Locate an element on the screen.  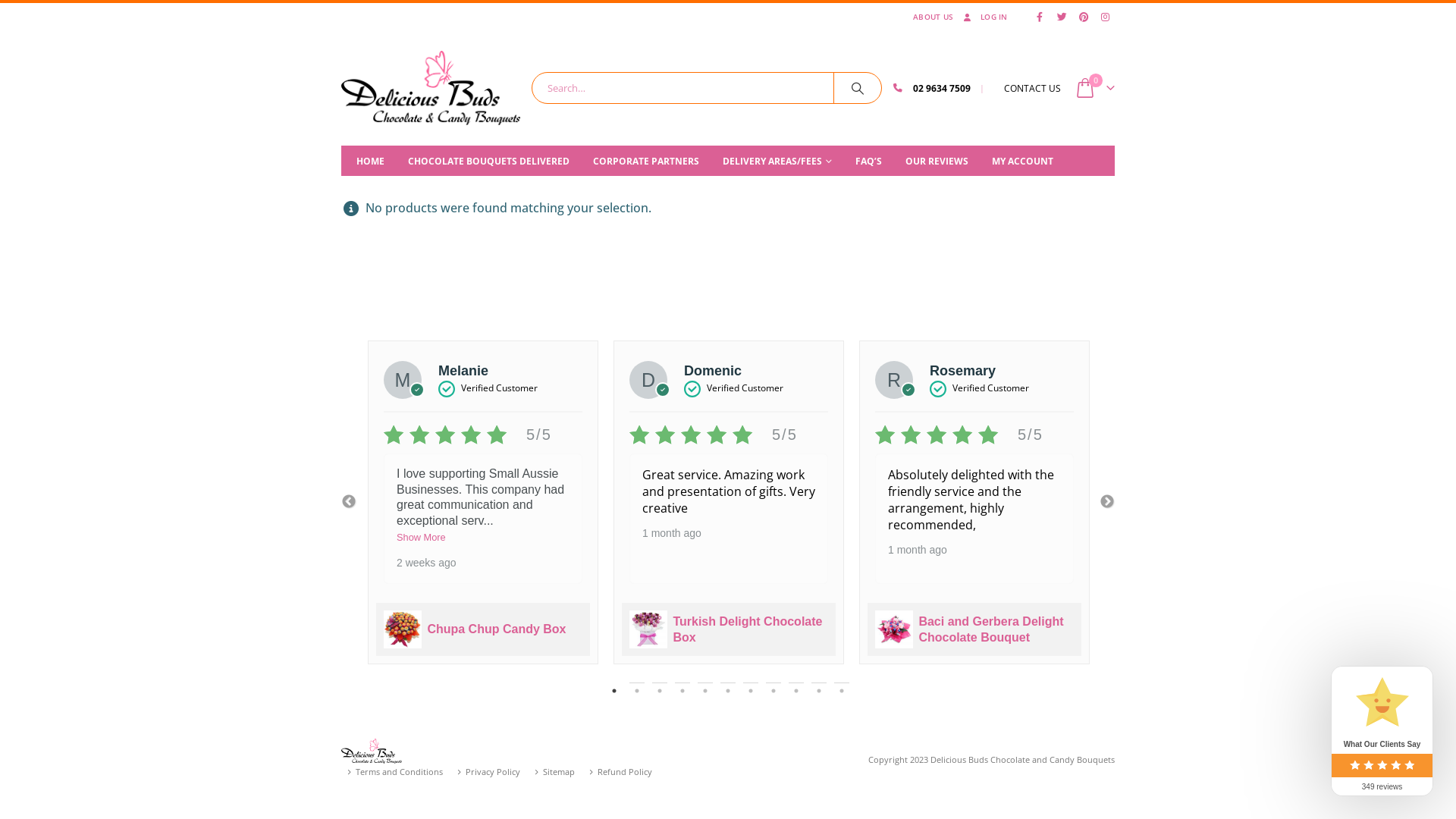
'Turkish Delight Chocolate Box' is located at coordinates (747, 629).